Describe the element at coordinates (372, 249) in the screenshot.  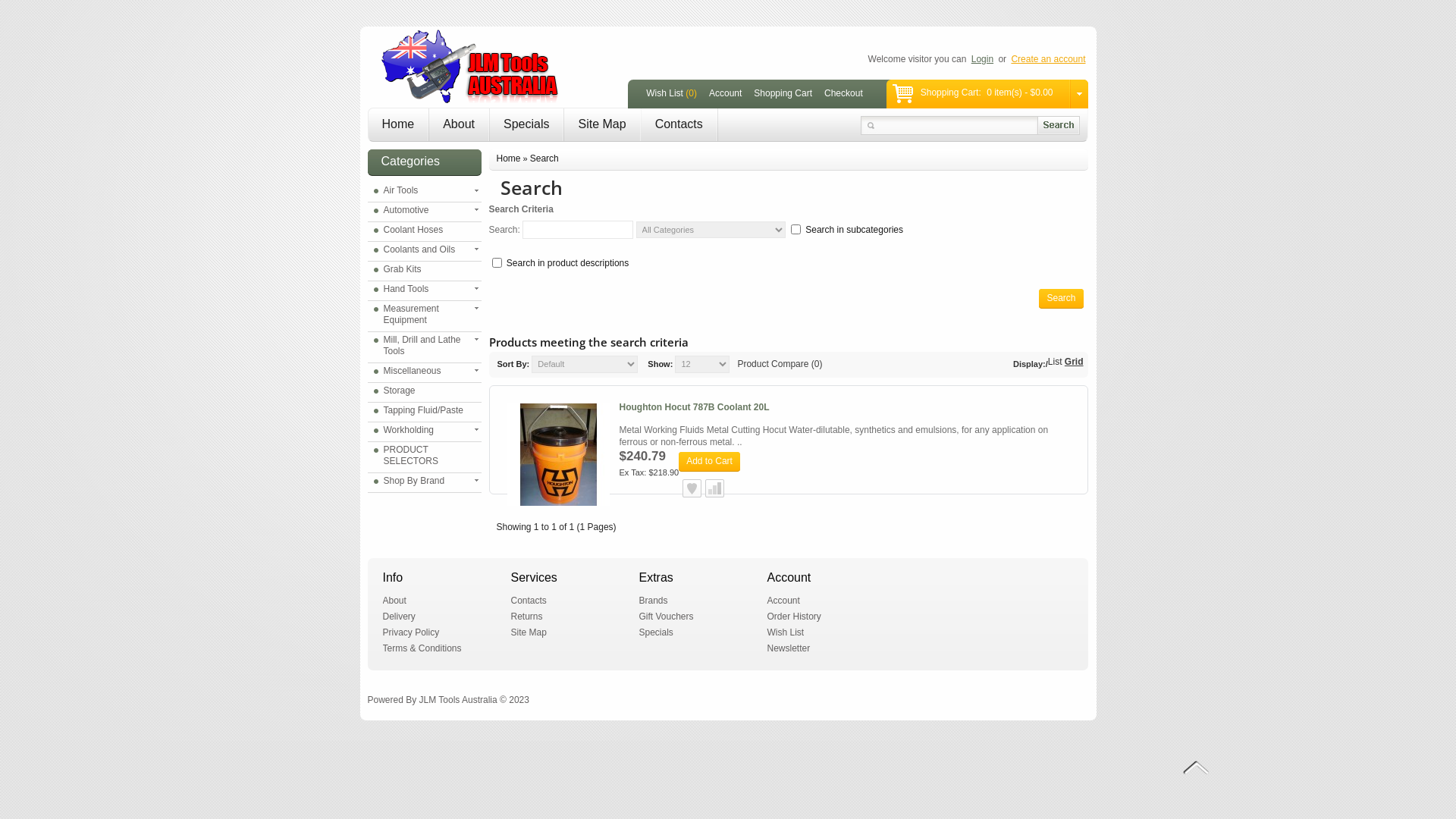
I see `'Coolants and Oils'` at that location.